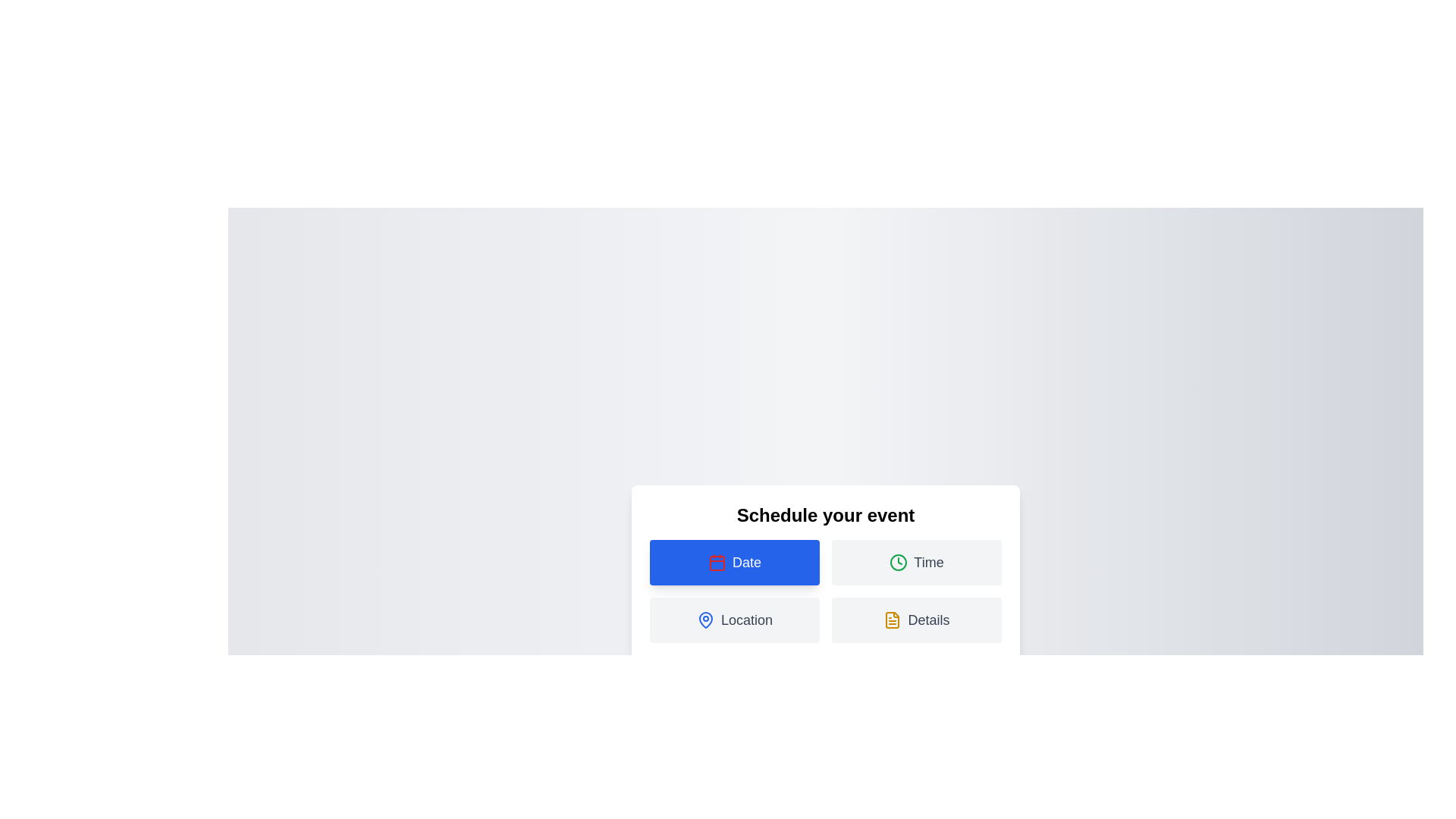 Image resolution: width=1456 pixels, height=819 pixels. What do you see at coordinates (893, 620) in the screenshot?
I see `the yellow file-like icon with rounded corners and a fold in the top-left corner, located in the bottom-right quadrant of the UI, aligned with the 'Details' button` at bounding box center [893, 620].